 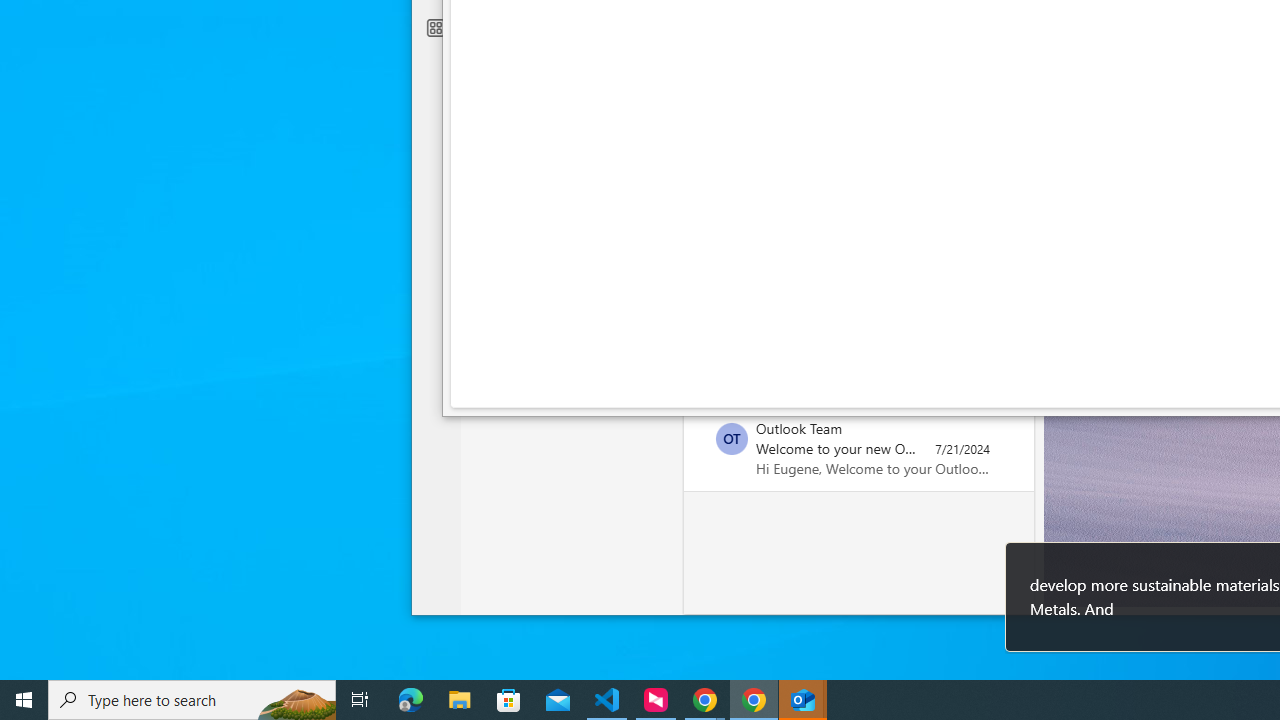 I want to click on 'Outlook (new) - 2 running windows', so click(x=803, y=698).